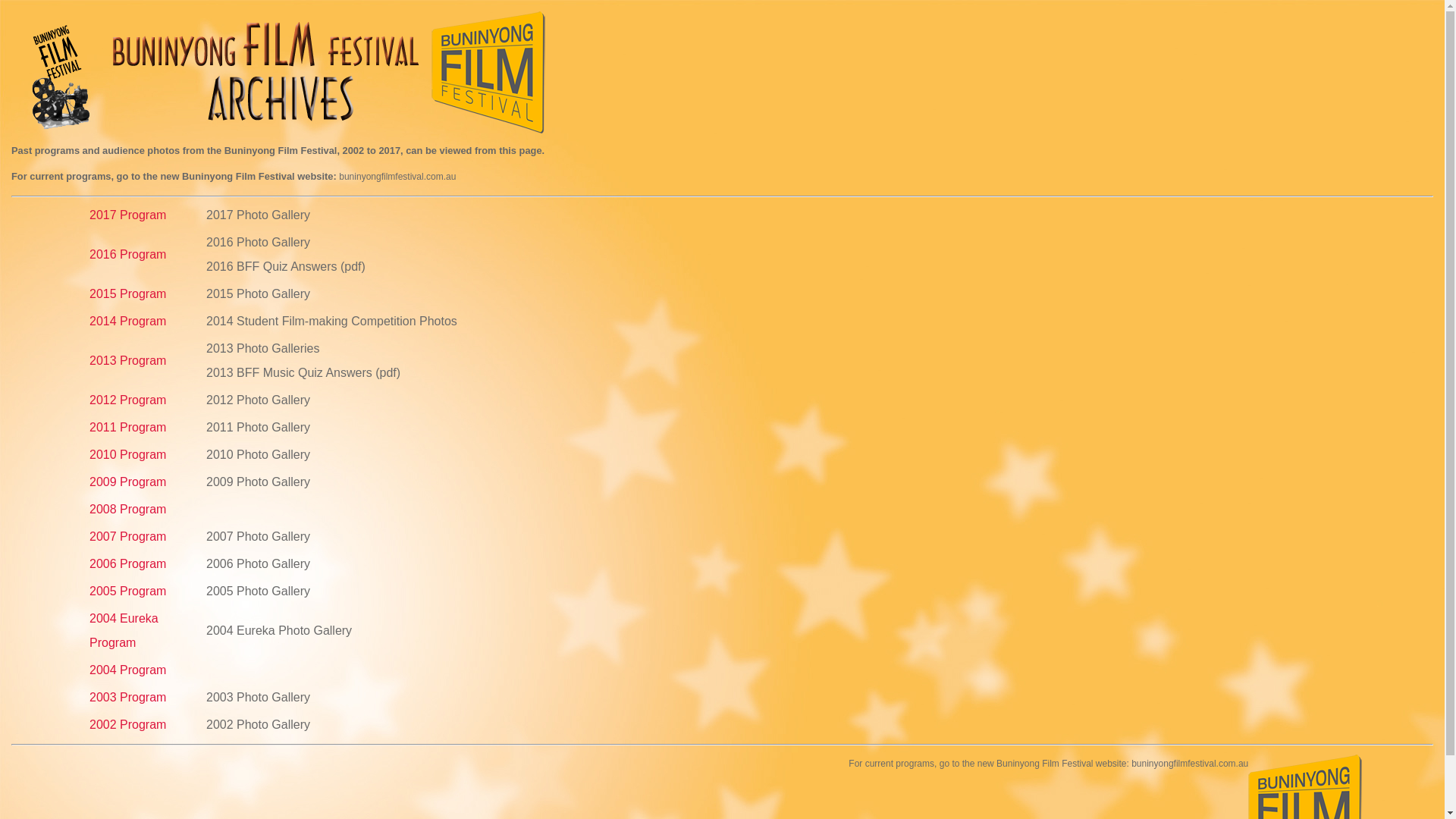 This screenshot has height=819, width=1456. I want to click on '2005 Photo Gallery', so click(258, 590).